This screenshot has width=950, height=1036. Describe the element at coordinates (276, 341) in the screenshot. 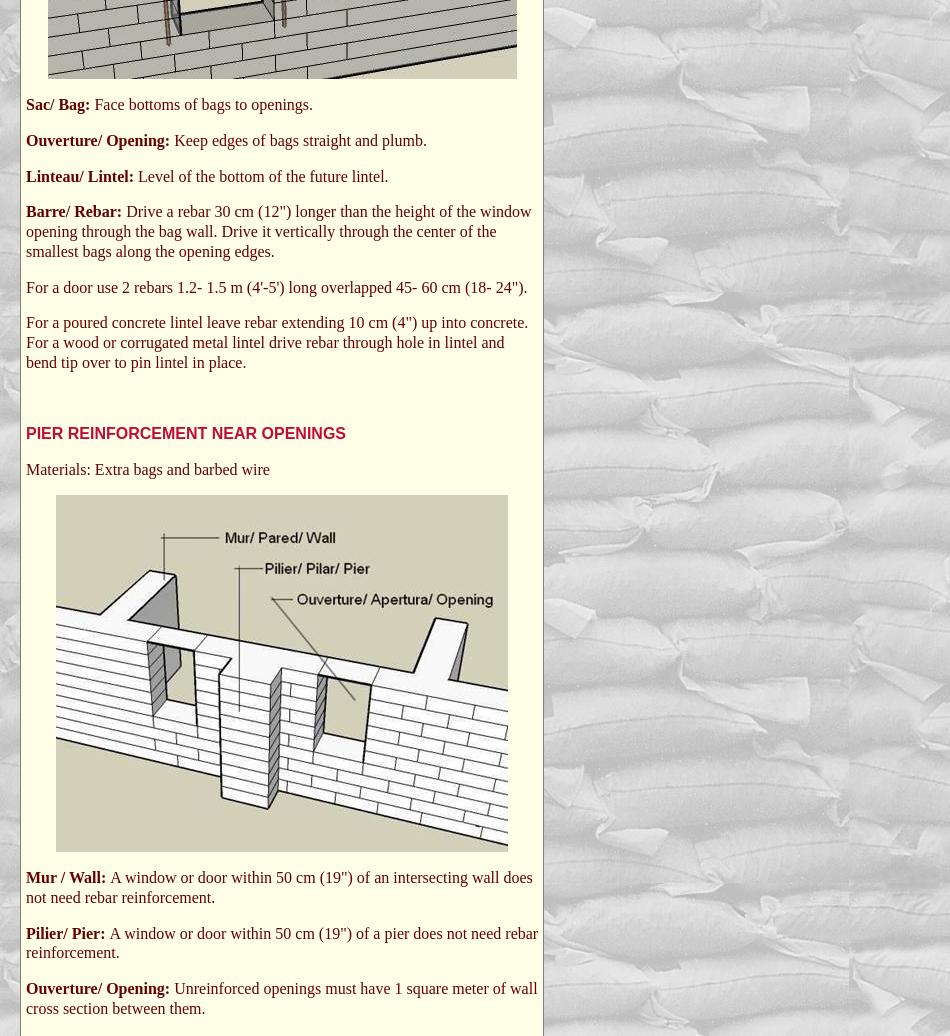

I see `'For a poured concrete lintel leave rebar extending 10 cm (4") up into concrete. For a wood or corrugated metal lintel drive rebar through hole in lintel and bend tip over to pin lintel in place.'` at that location.